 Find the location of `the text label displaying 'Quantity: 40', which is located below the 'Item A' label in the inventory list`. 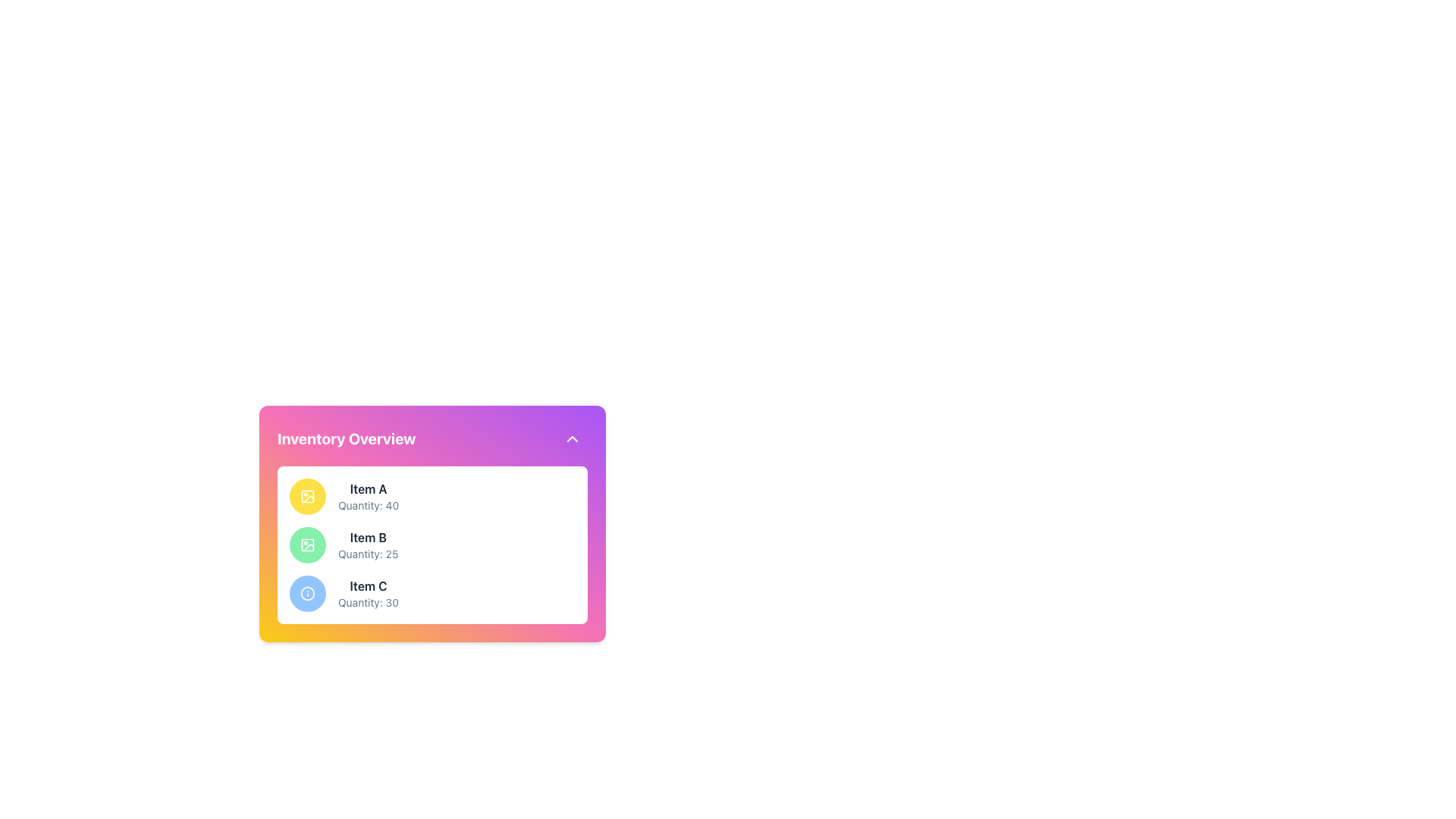

the text label displaying 'Quantity: 40', which is located below the 'Item A' label in the inventory list is located at coordinates (369, 506).